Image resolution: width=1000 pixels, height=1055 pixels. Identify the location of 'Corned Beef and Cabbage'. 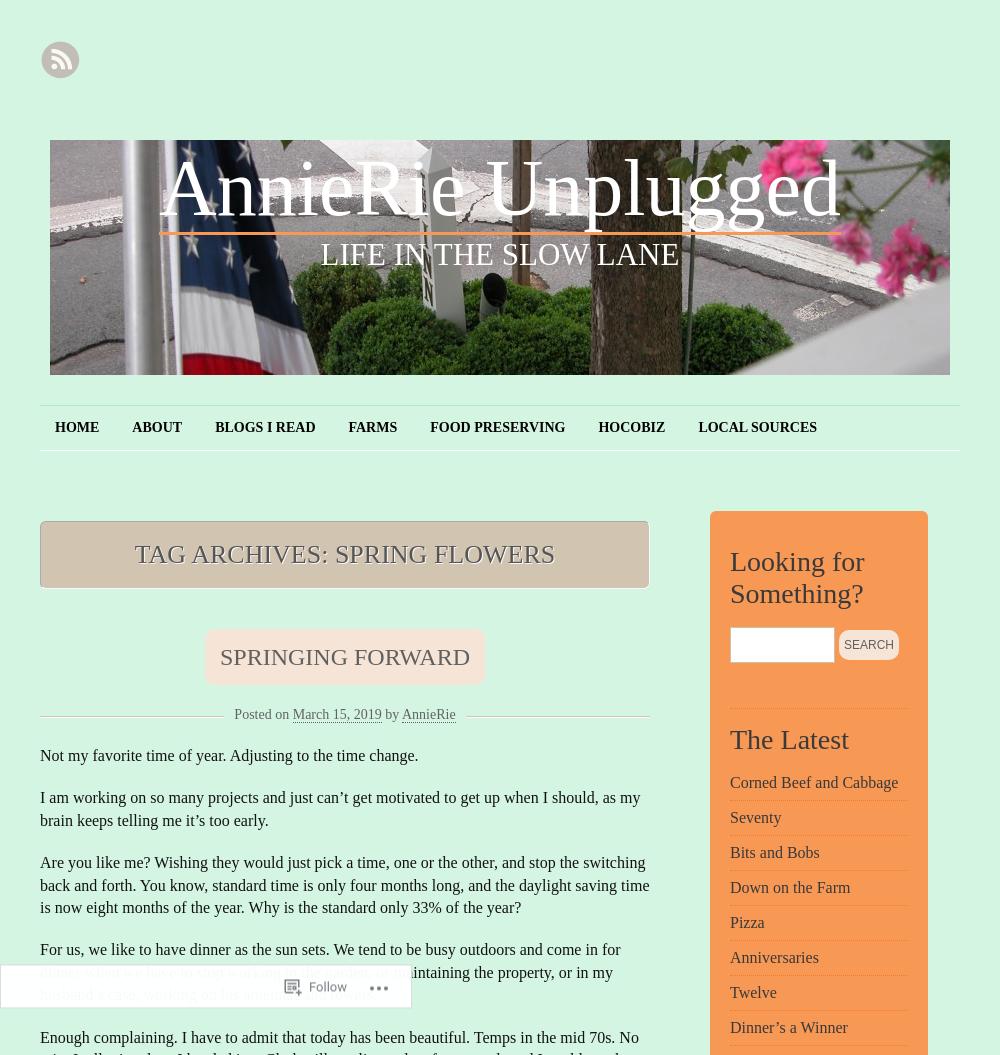
(813, 781).